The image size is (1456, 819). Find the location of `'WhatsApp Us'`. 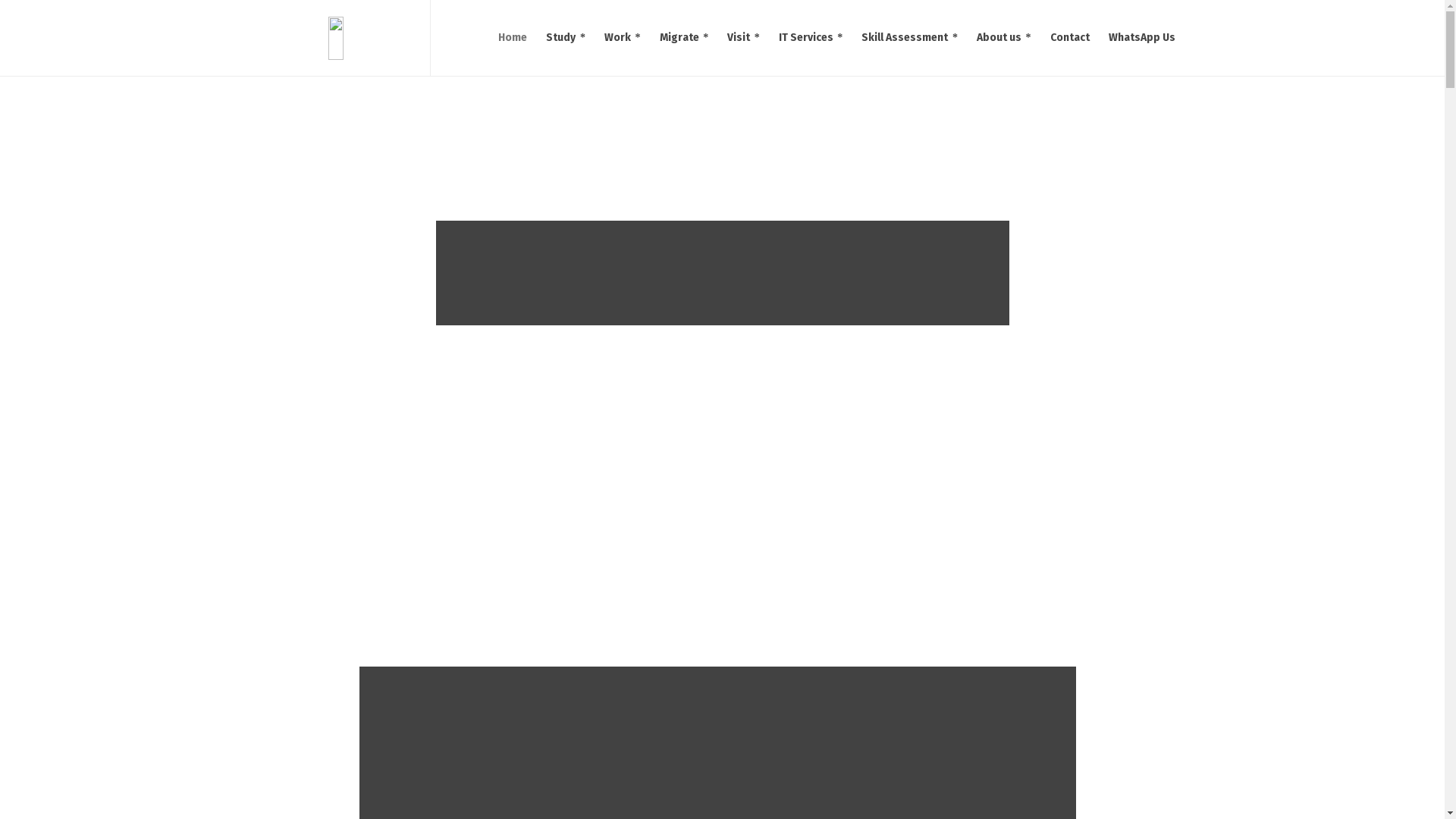

'WhatsApp Us' is located at coordinates (1142, 37).